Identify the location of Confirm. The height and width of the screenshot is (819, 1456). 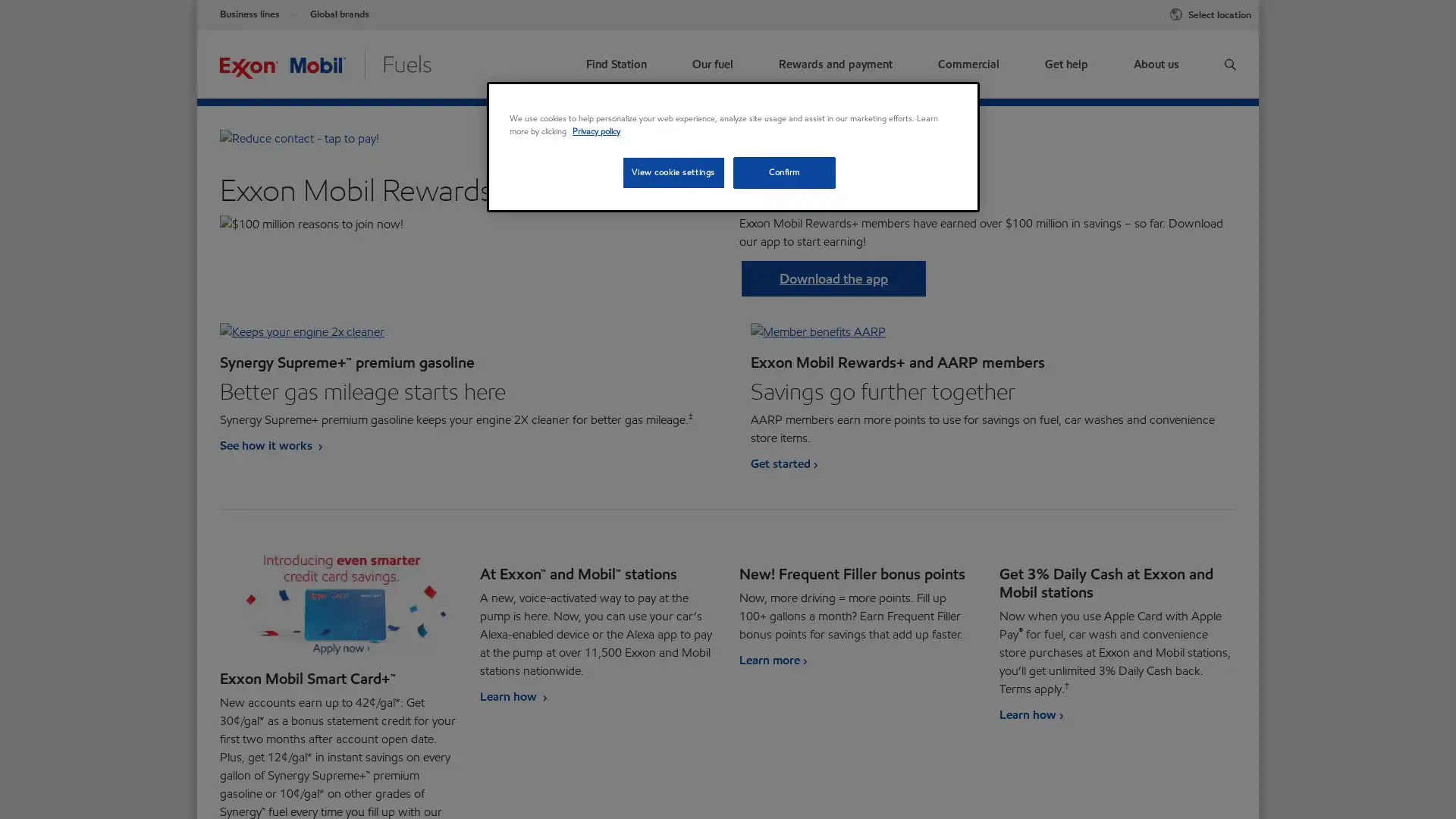
(784, 171).